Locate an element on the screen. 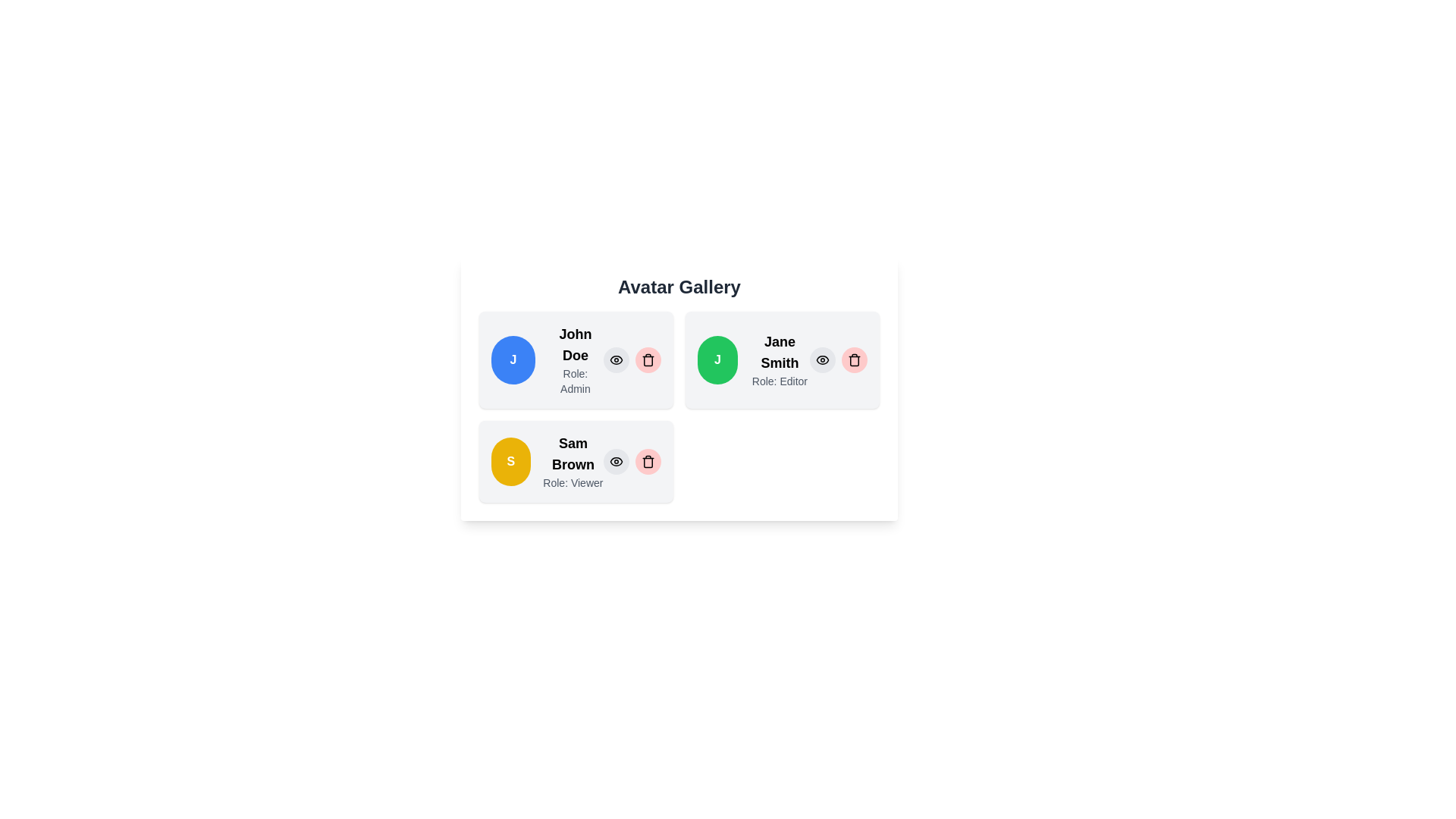  the left button with an eye icon in the 'Sam Brown Role: Viewer' section for tooltip is located at coordinates (632, 461).